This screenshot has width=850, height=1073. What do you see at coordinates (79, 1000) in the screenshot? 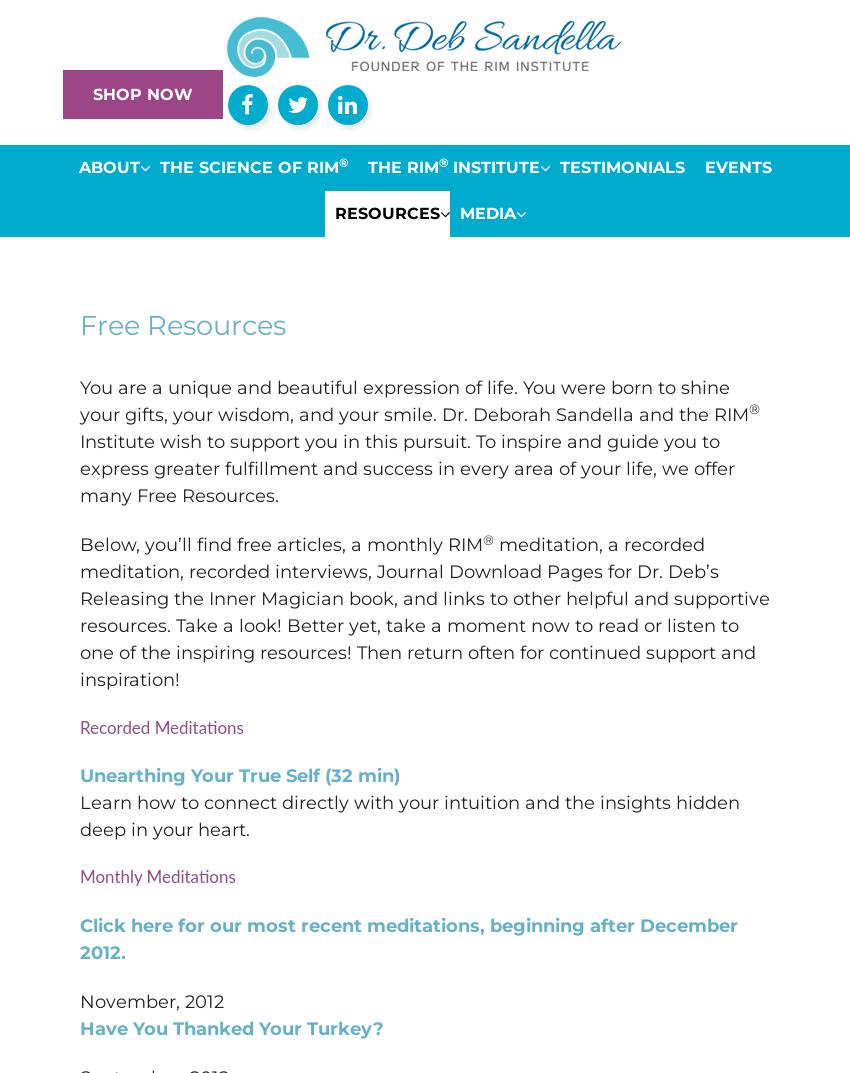
I see `'November, 2012'` at bounding box center [79, 1000].